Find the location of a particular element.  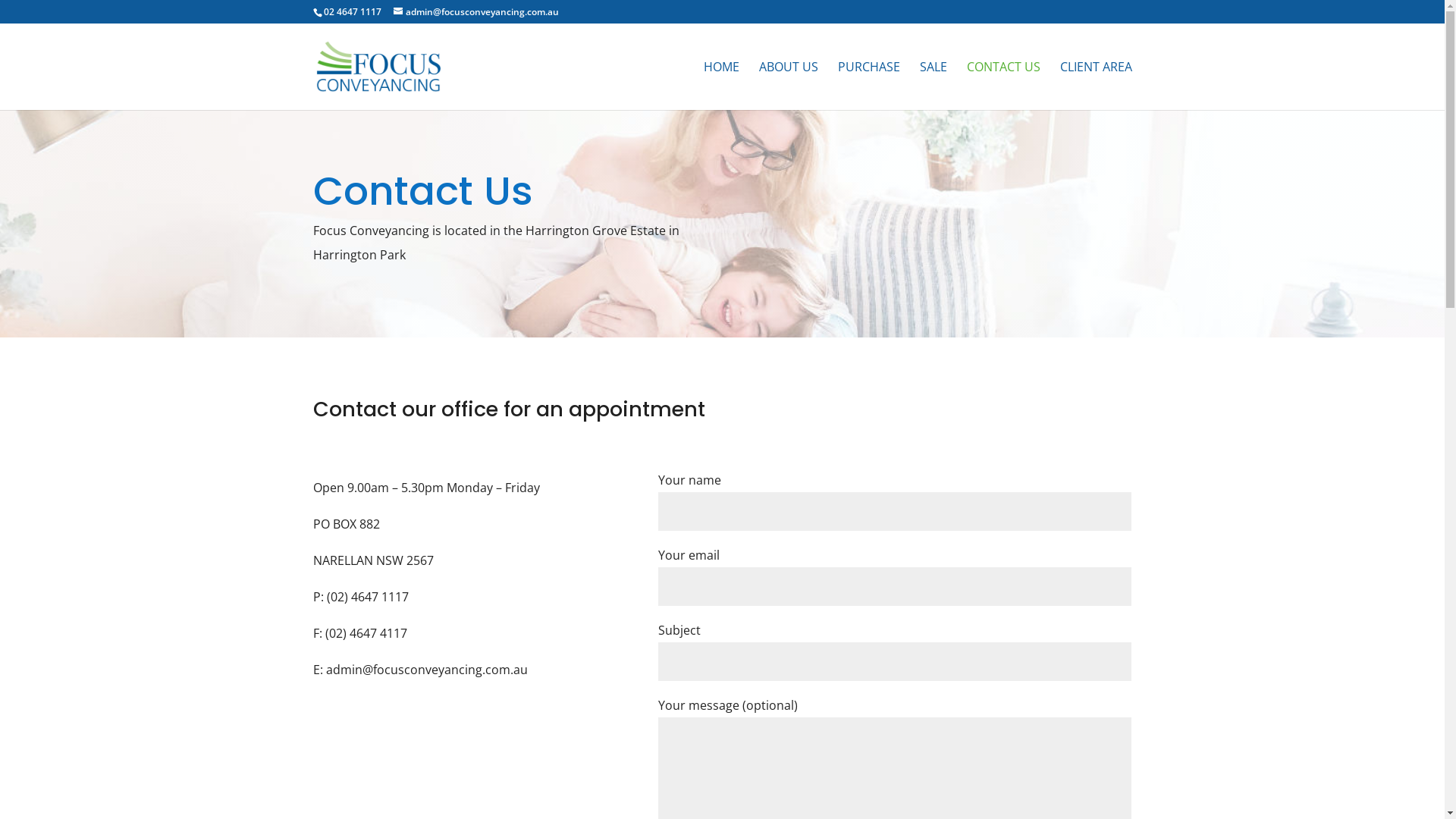

'PURCHASE' is located at coordinates (868, 85).